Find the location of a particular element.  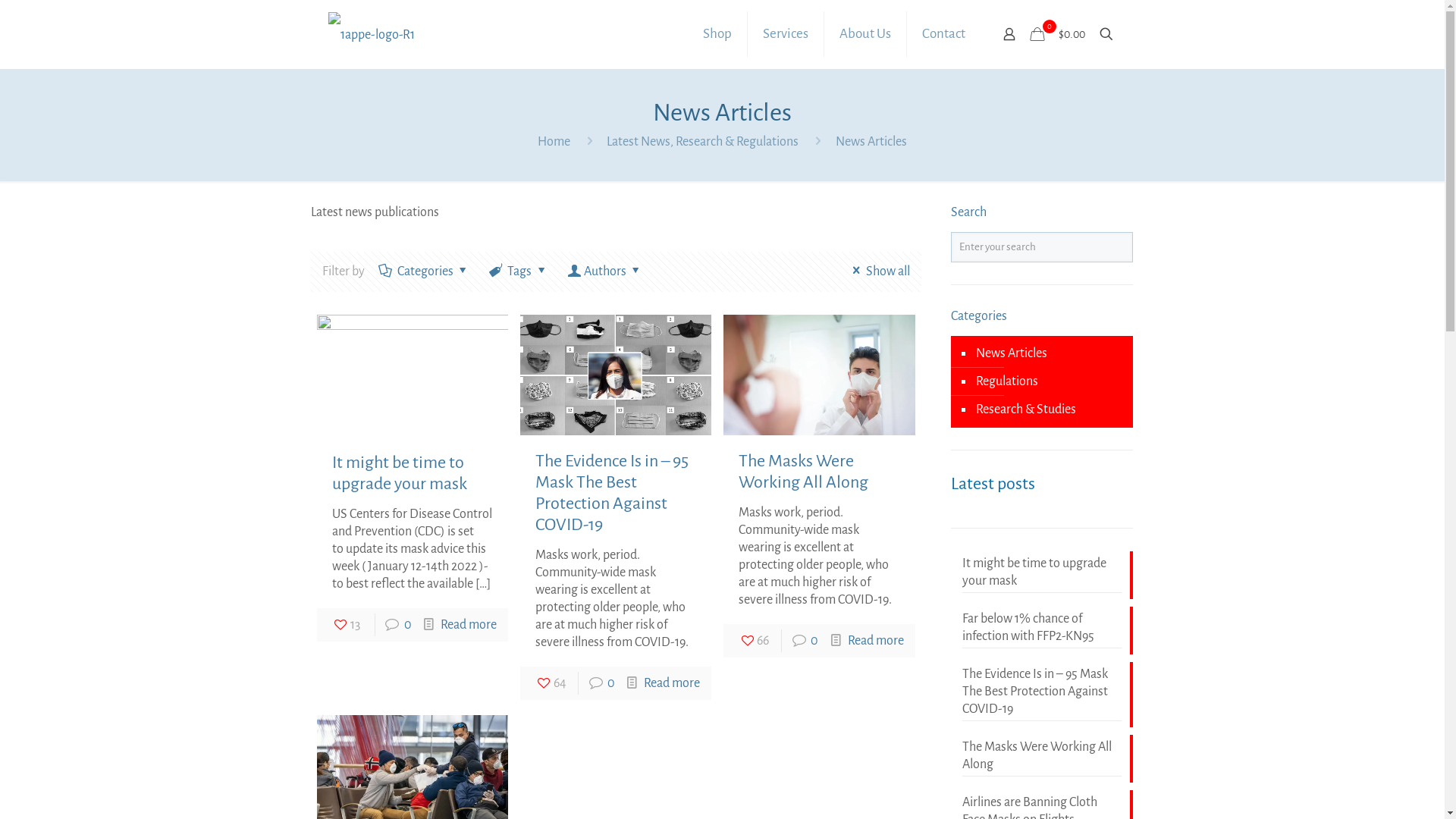

'Far below 1% chance of infection with FFP2-KN95' is located at coordinates (961, 629).